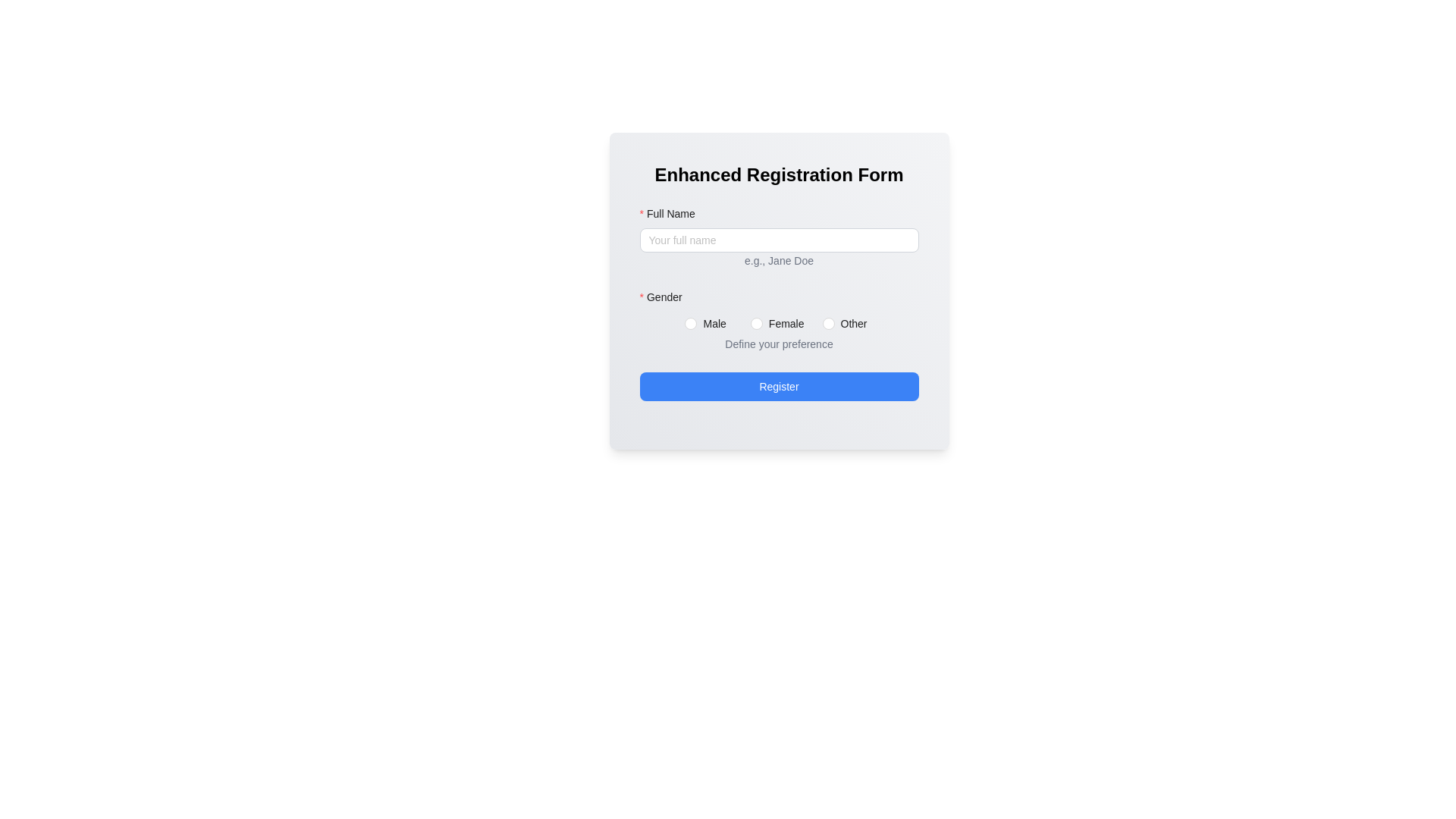 This screenshot has height=819, width=1456. Describe the element at coordinates (847, 323) in the screenshot. I see `the 'Other' radio button in the gender selection field of the form, which is the third radio button aligned to the right of the 'Female' option` at that location.